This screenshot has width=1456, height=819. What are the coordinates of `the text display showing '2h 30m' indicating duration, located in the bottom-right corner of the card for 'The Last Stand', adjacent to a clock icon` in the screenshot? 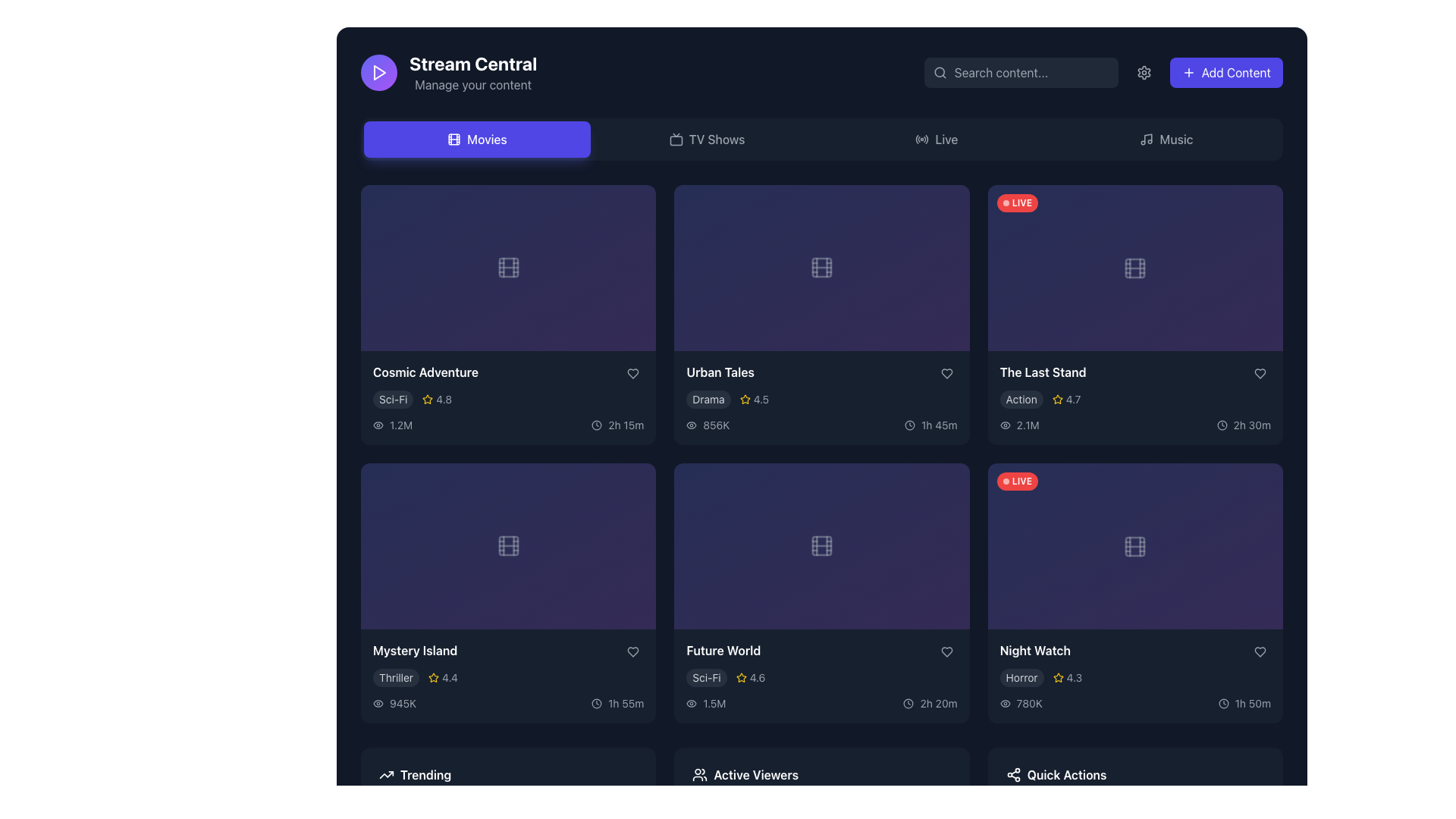 It's located at (1252, 425).